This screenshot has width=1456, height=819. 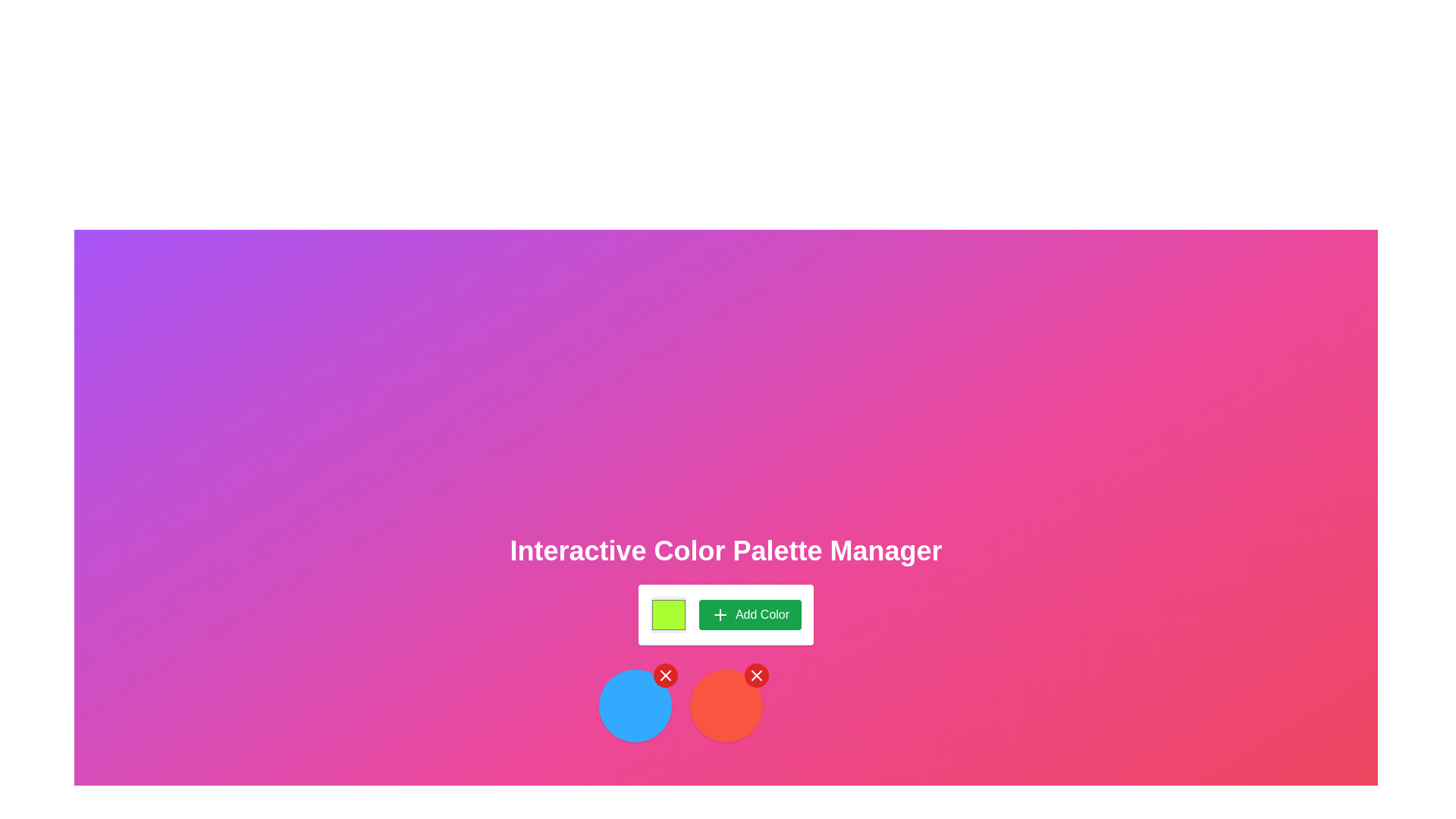 What do you see at coordinates (756, 675) in the screenshot?
I see `the close or delete vector graphic embedded in the right half of the circular icon located above the blue circular object and beside the red circular icon` at bounding box center [756, 675].